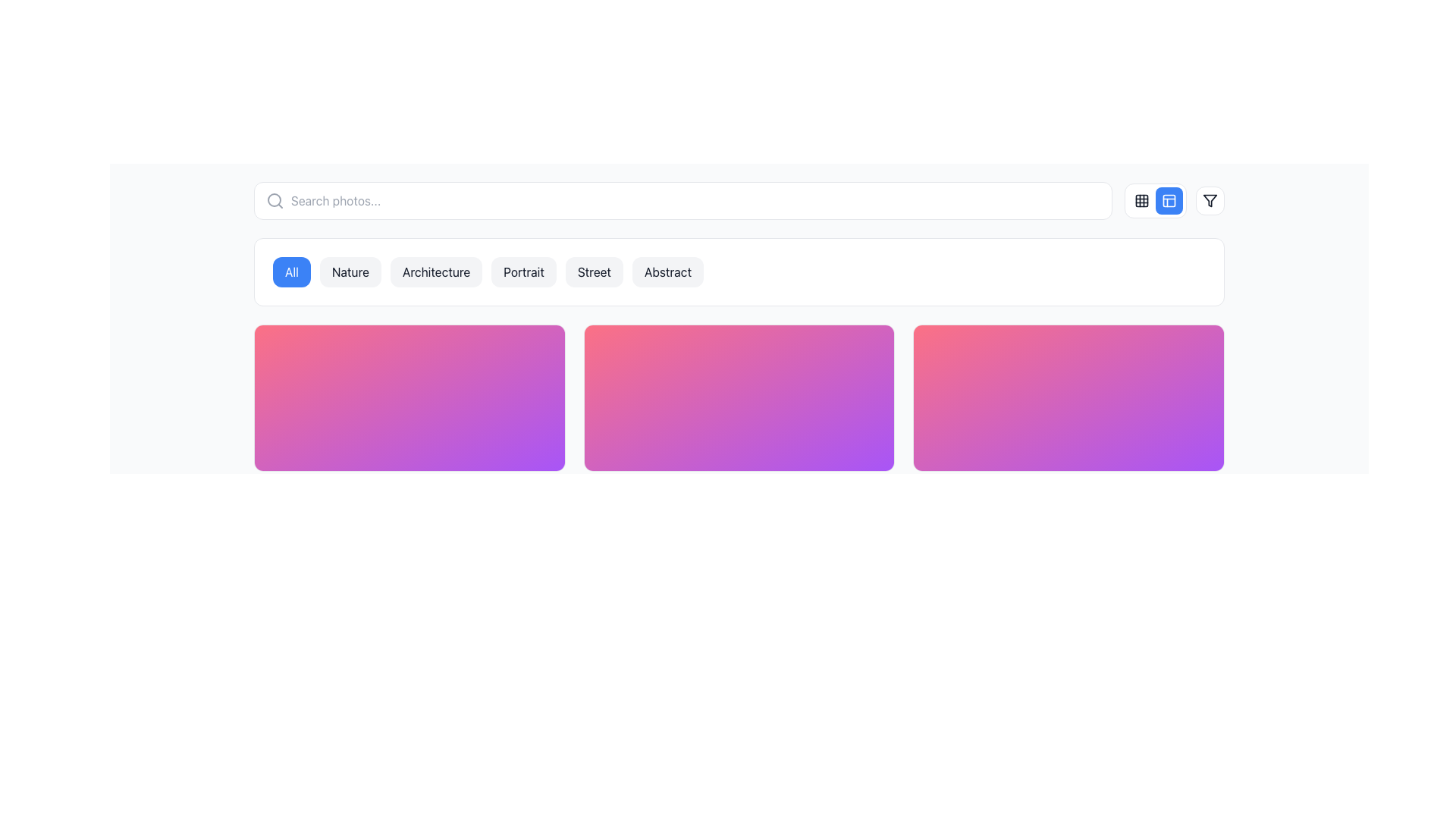  What do you see at coordinates (1068, 397) in the screenshot?
I see `the third clickable card in the upper right section of the interface` at bounding box center [1068, 397].